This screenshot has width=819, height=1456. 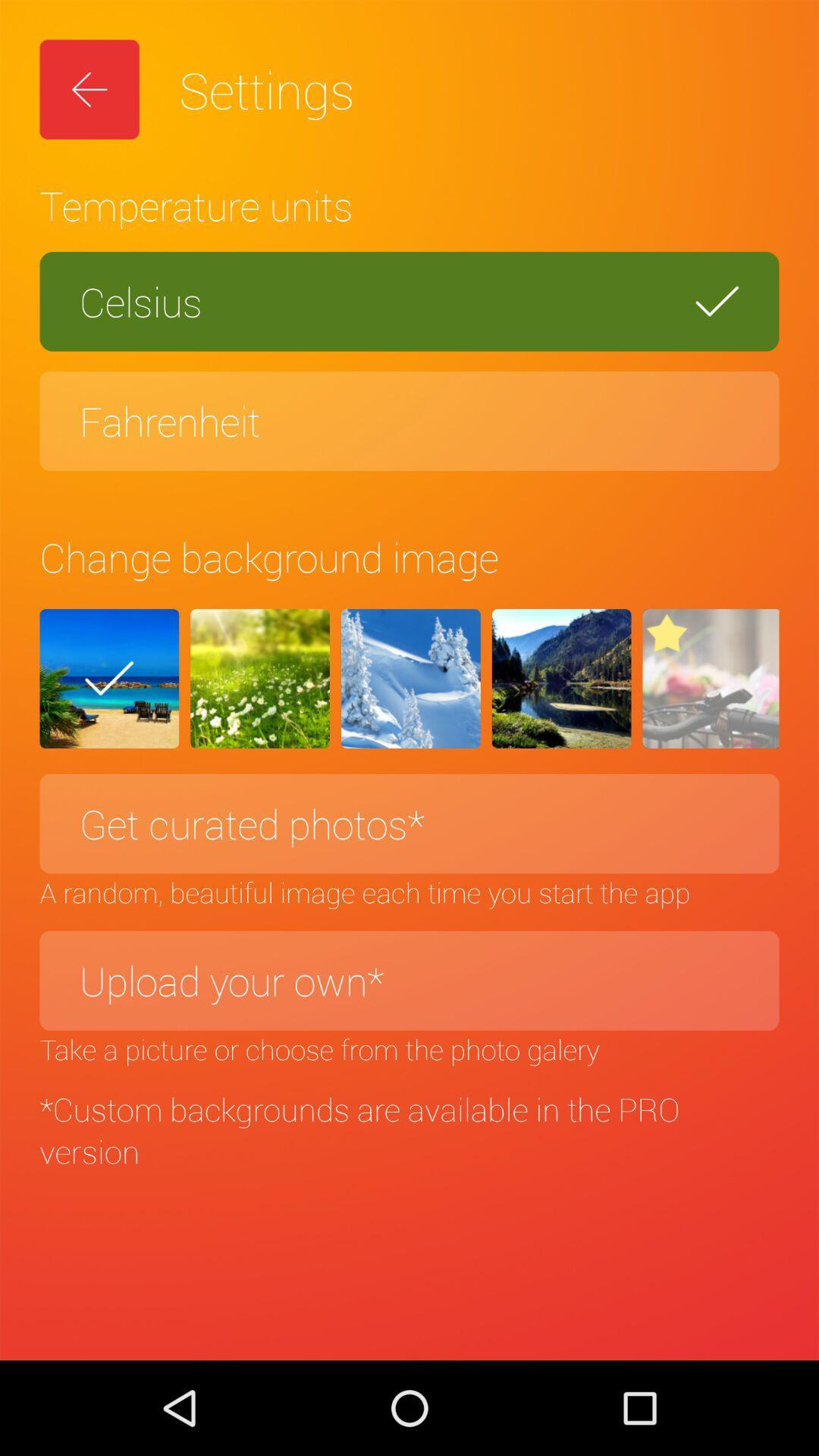 I want to click on item below celsius, so click(x=409, y=421).